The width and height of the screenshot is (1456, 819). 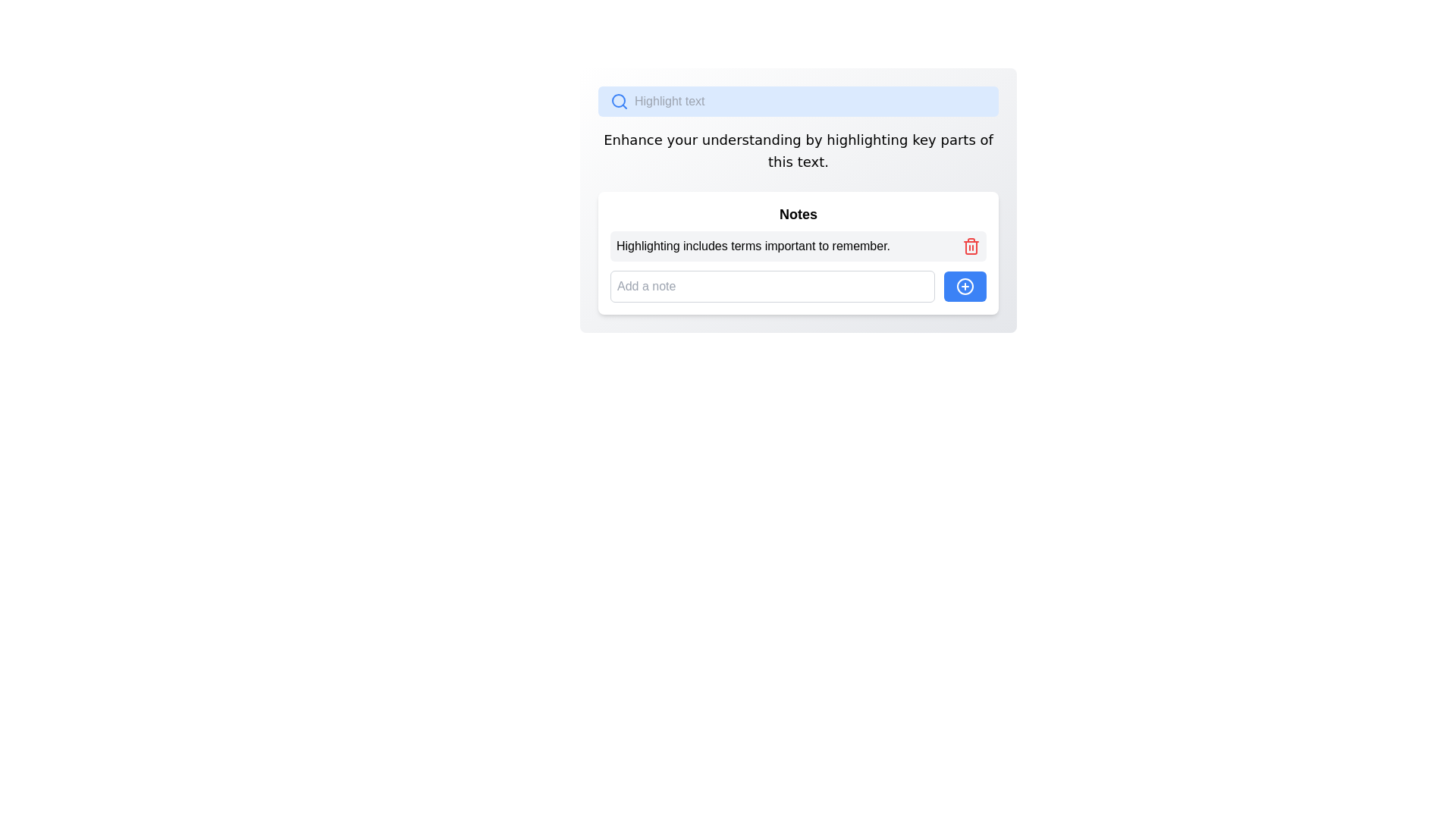 What do you see at coordinates (809, 140) in the screenshot?
I see `the character 'b' which is the 54th character in the text line 'Enhance your understanding by highlighting key parts of this text.'` at bounding box center [809, 140].